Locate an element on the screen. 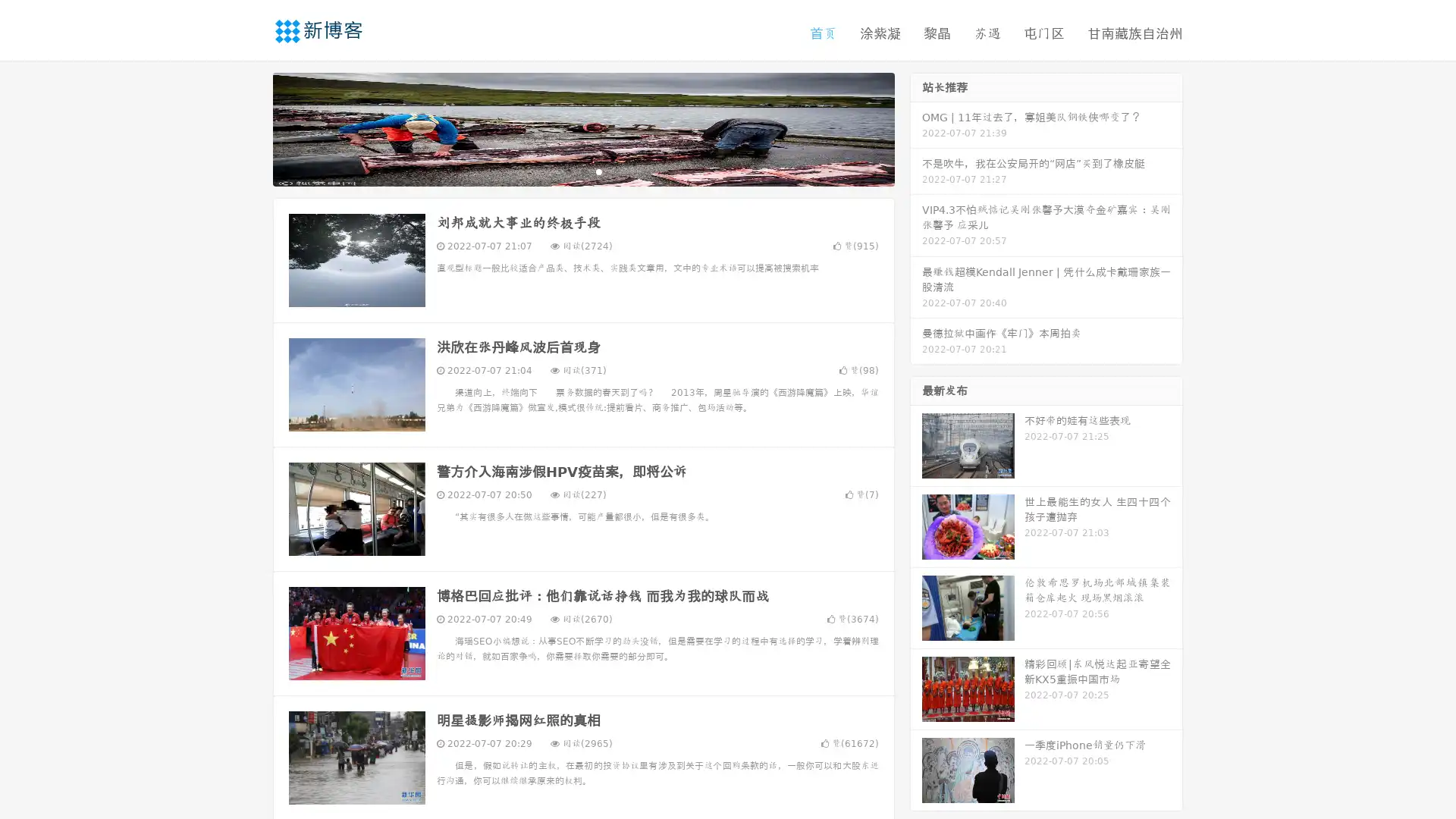 The width and height of the screenshot is (1456, 819). Next slide is located at coordinates (916, 127).